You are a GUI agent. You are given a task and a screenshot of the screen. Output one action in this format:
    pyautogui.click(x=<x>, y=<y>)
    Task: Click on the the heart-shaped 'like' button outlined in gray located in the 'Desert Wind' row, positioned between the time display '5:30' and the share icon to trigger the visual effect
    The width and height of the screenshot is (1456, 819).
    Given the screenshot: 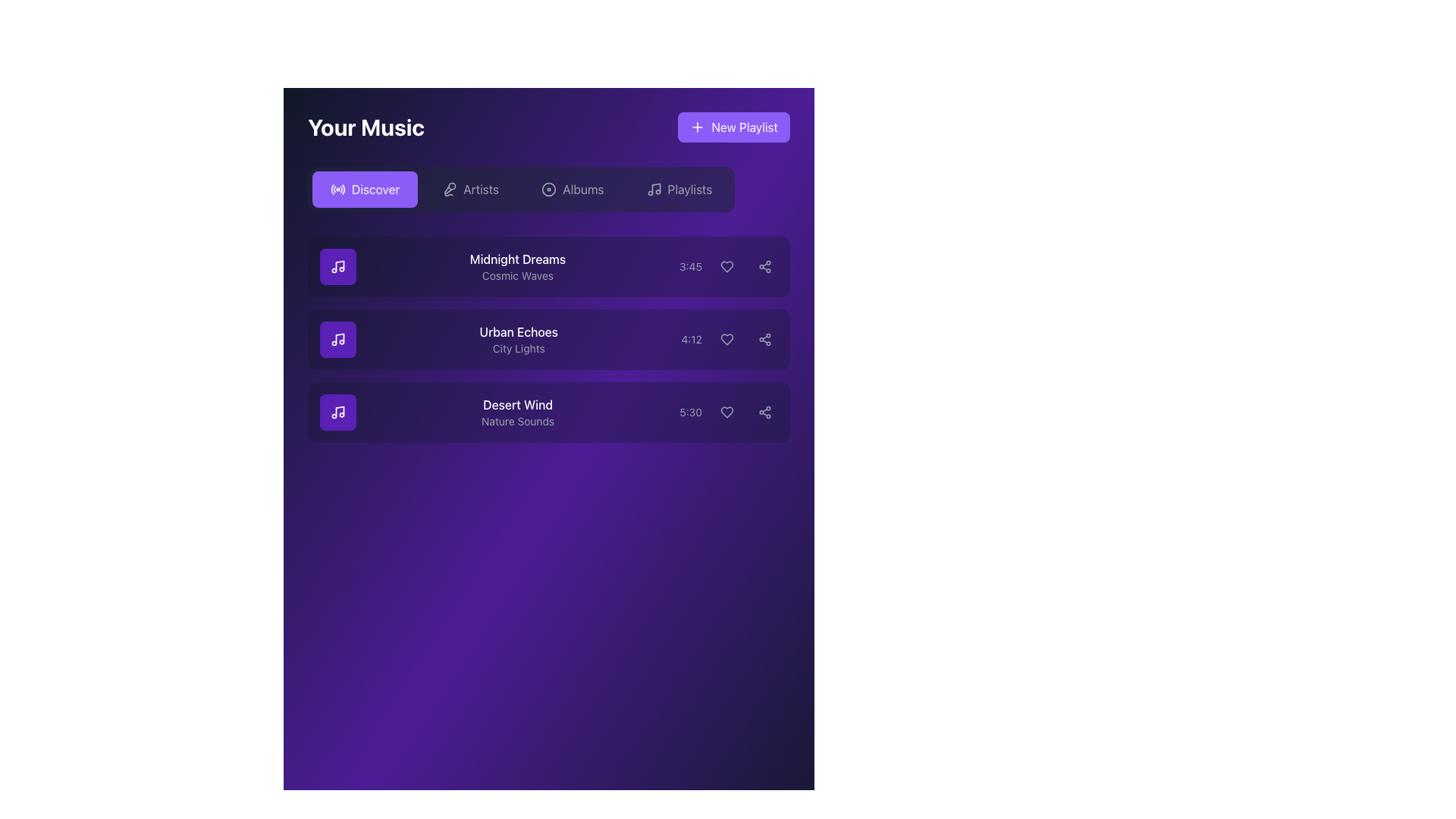 What is the action you would take?
    pyautogui.click(x=726, y=412)
    